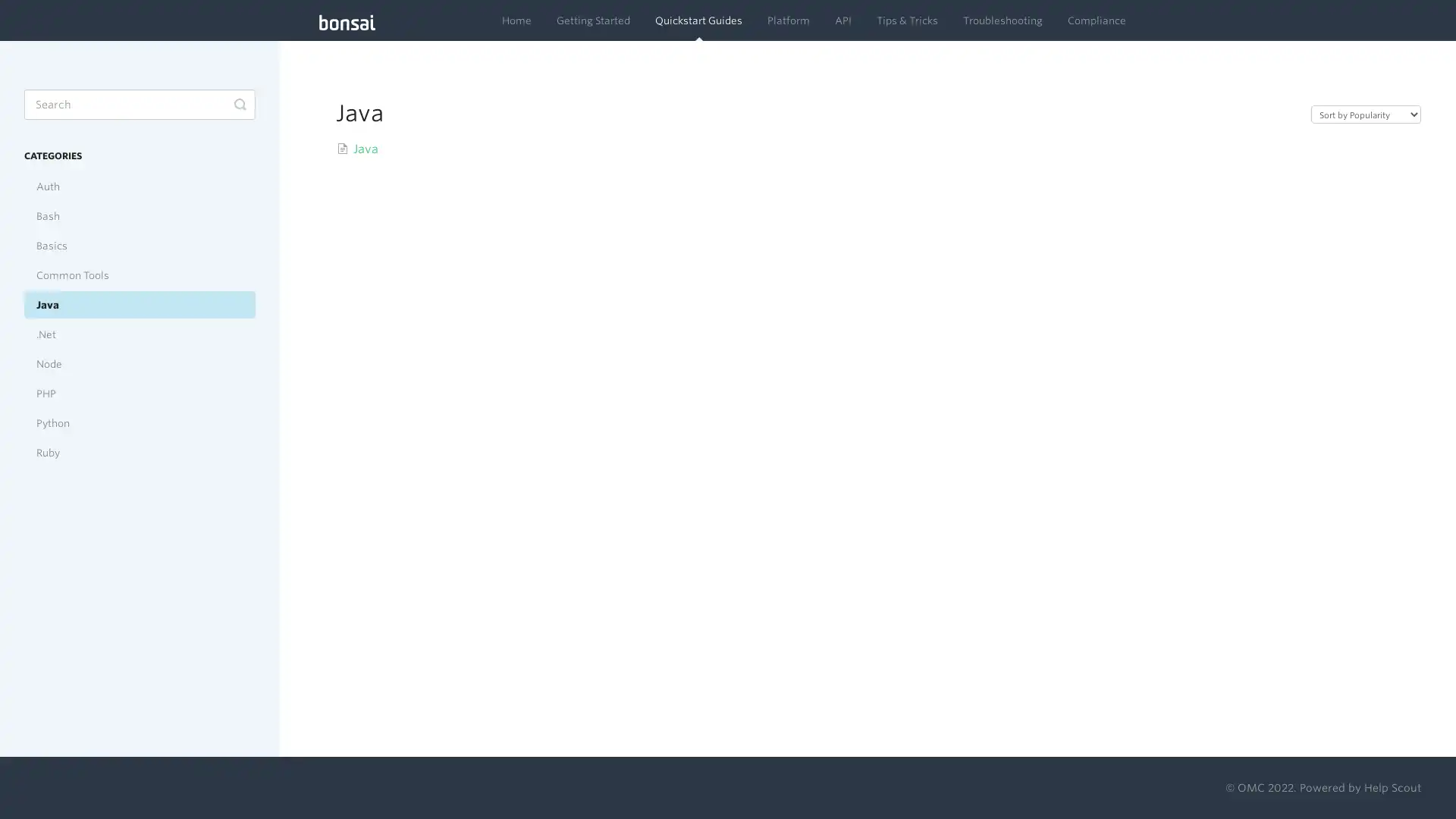  Describe the element at coordinates (239, 104) in the screenshot. I see `Toggle Search` at that location.